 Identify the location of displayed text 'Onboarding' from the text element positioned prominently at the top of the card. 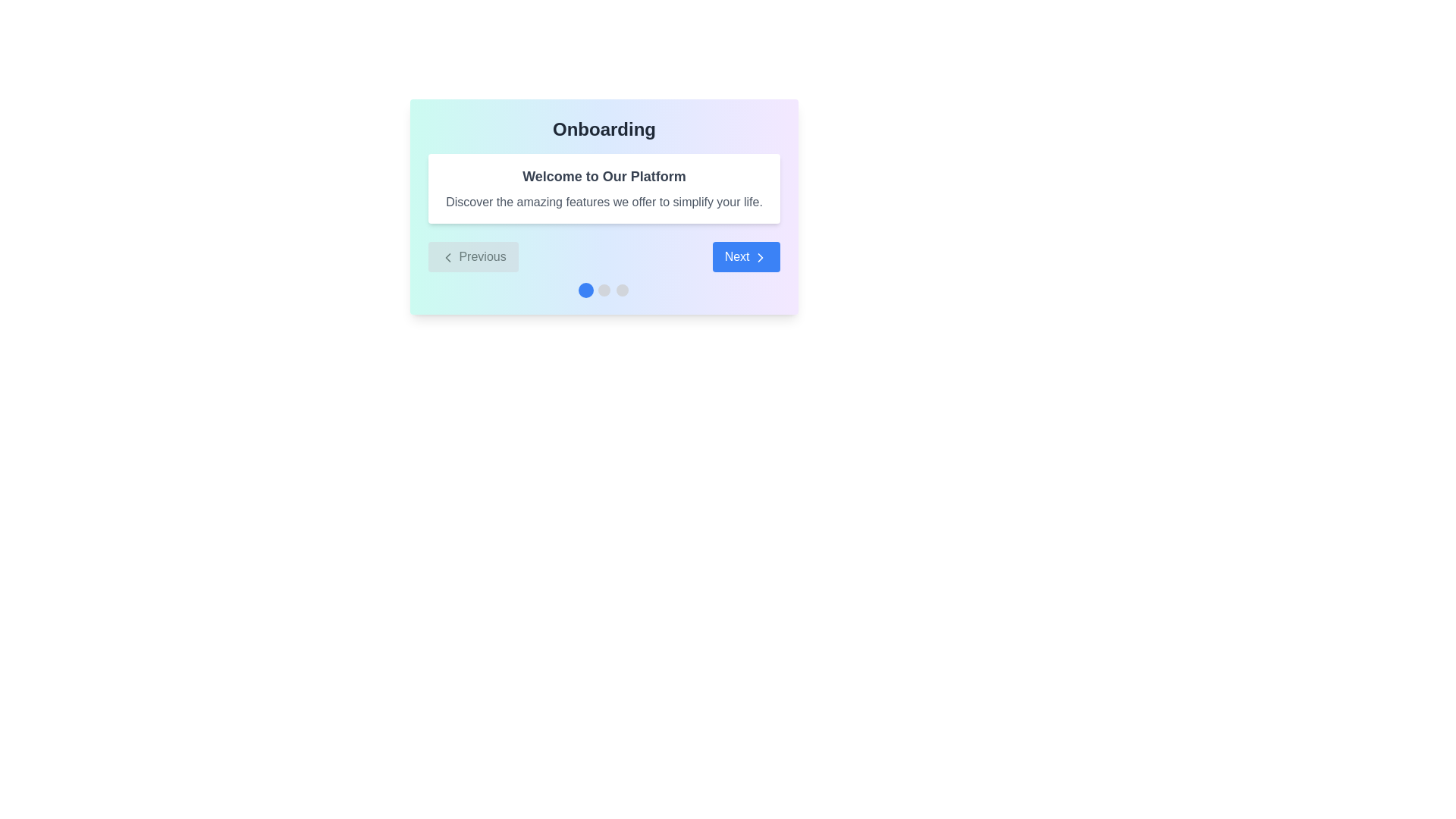
(603, 128).